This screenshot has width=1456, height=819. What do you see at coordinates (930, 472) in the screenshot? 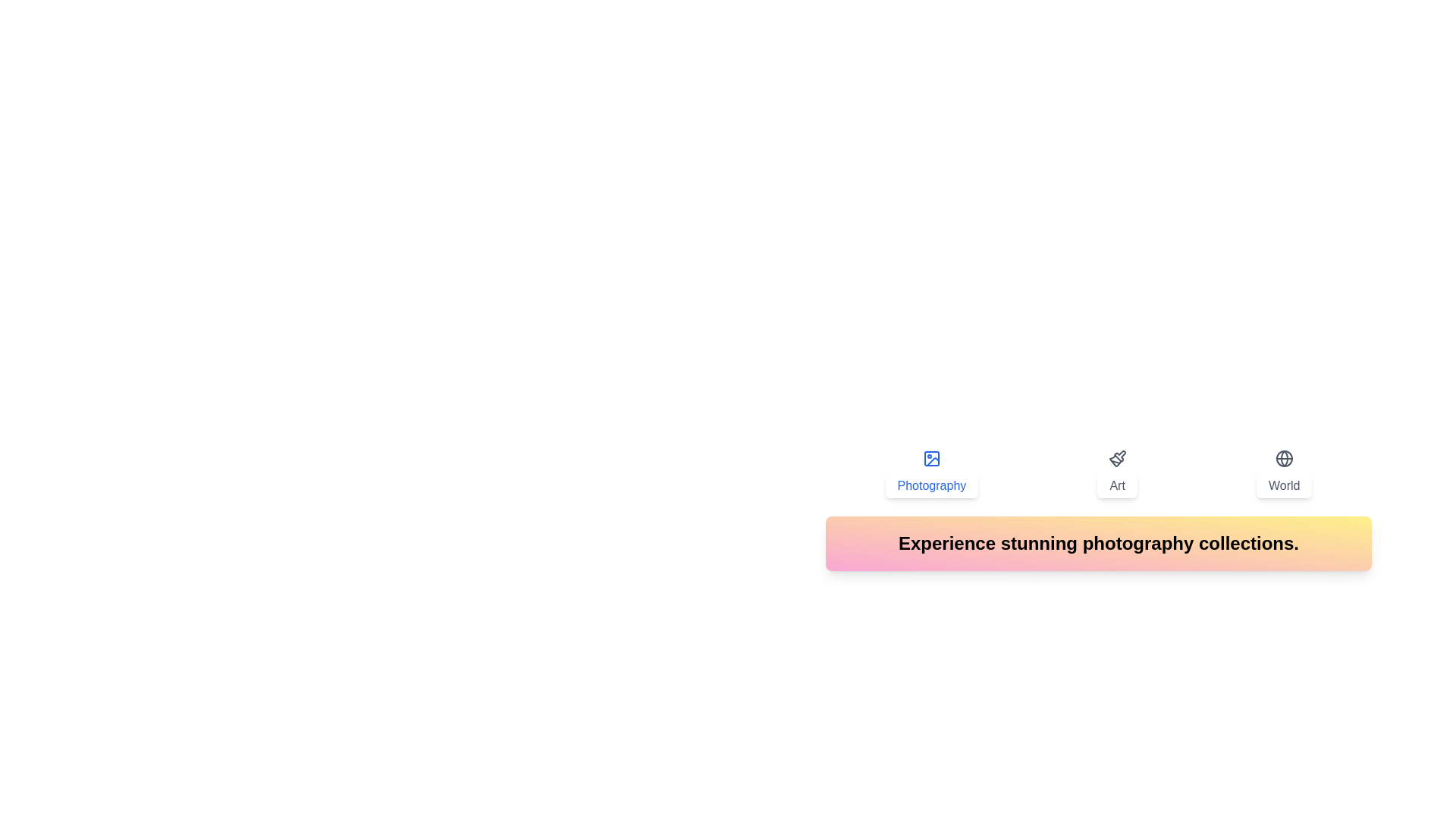
I see `the 'Photography' tab label` at bounding box center [930, 472].